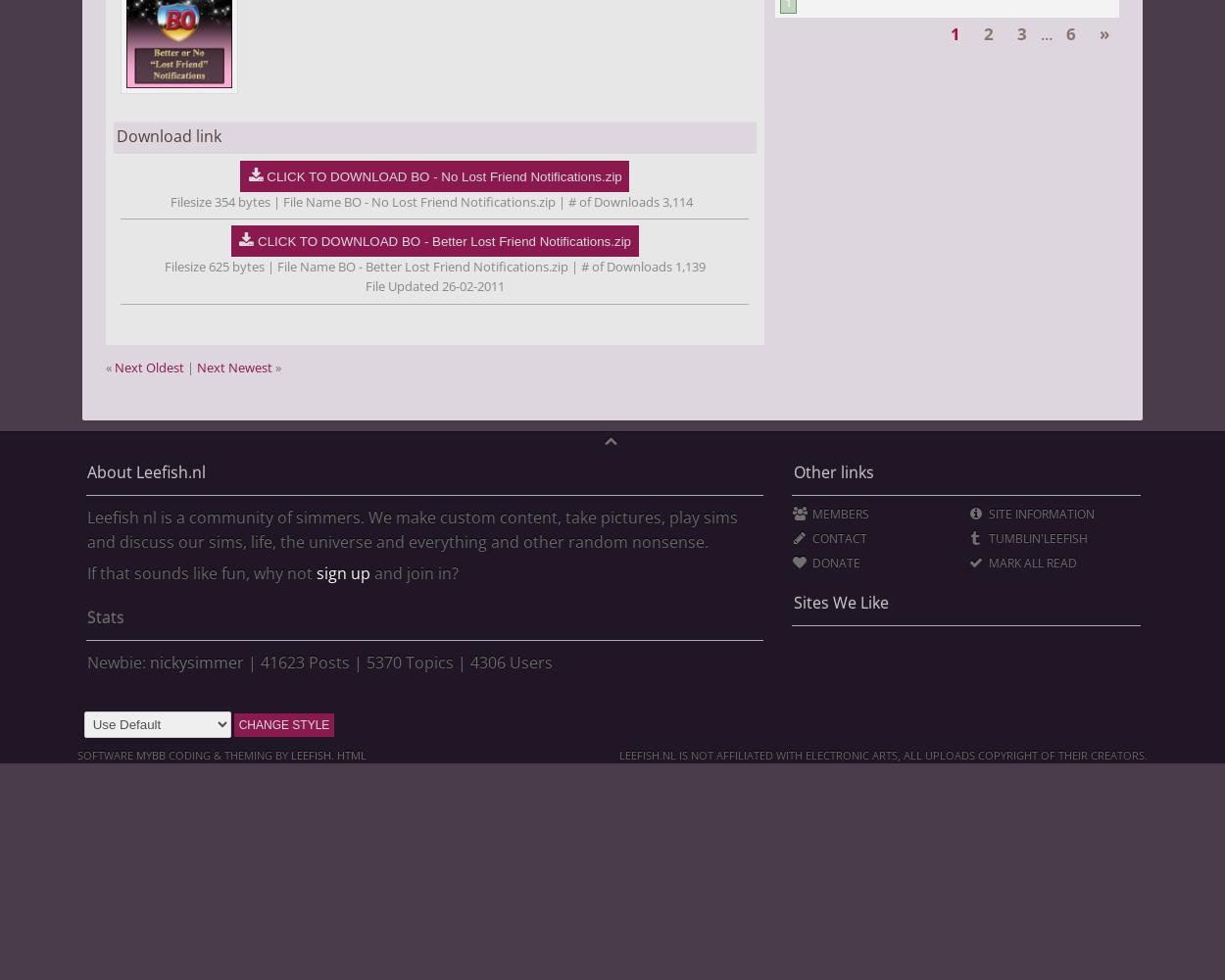  I want to click on 'Coding & theming by', so click(225, 754).